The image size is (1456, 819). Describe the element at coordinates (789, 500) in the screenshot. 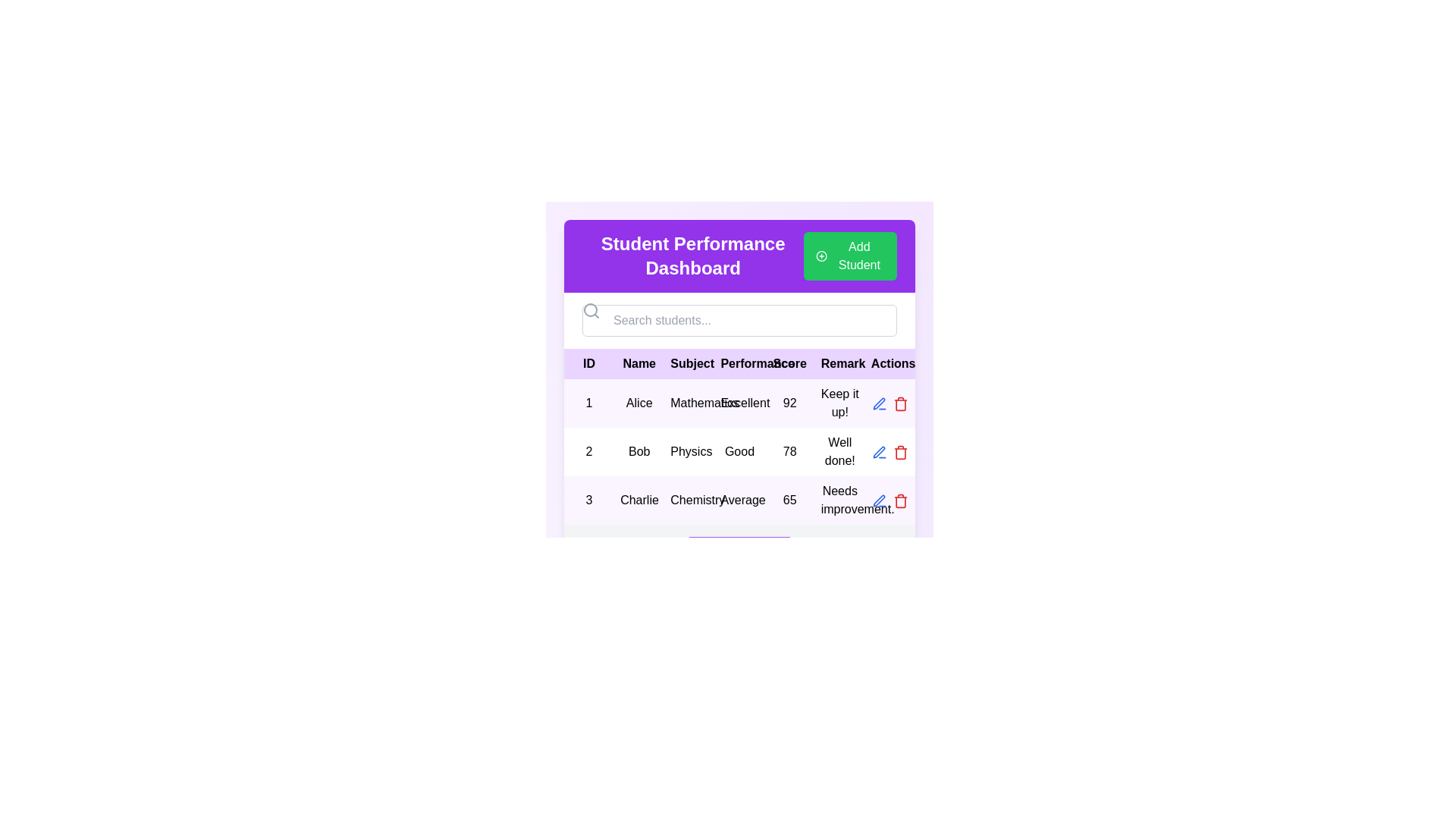

I see `the score text label for student 'Charlie' located in the fifth column of the third row of the table, positioned between 'Average' and 'Needs improvement.'` at that location.